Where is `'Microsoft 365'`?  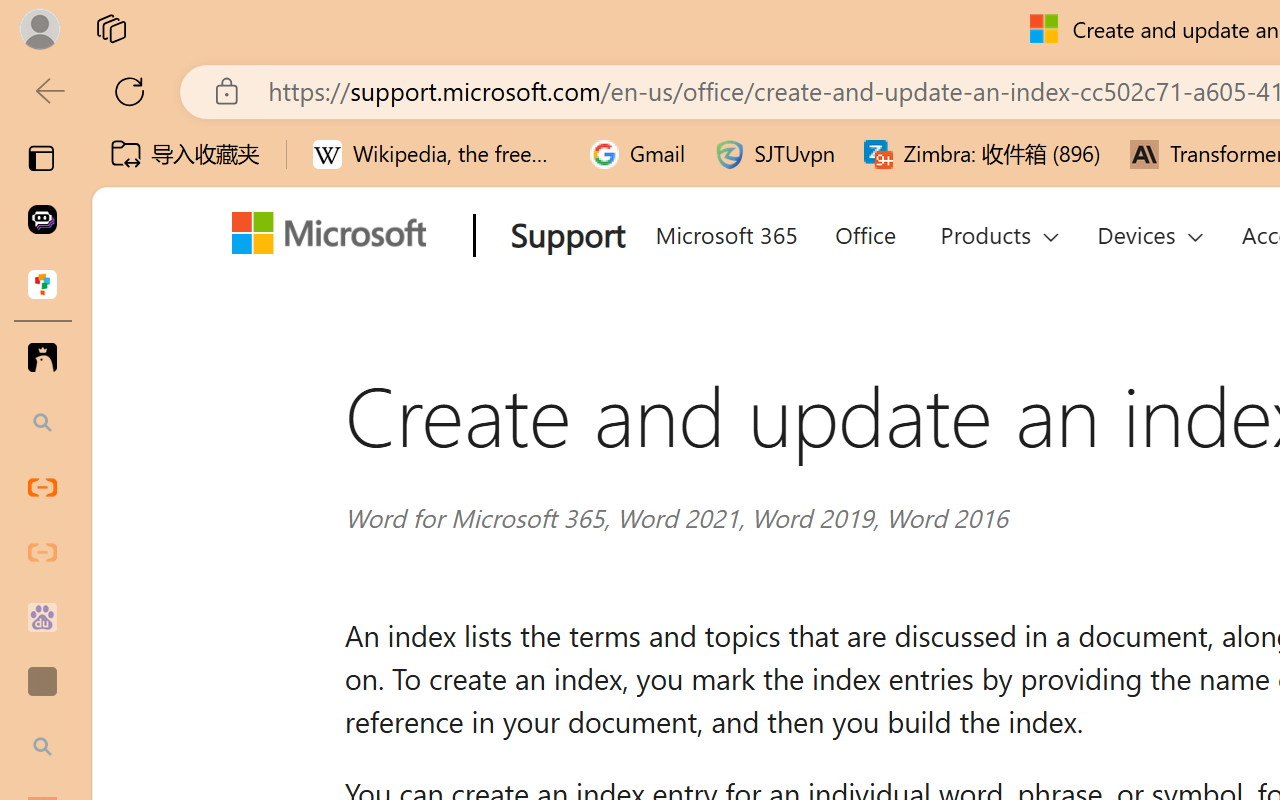
'Microsoft 365' is located at coordinates (724, 231).